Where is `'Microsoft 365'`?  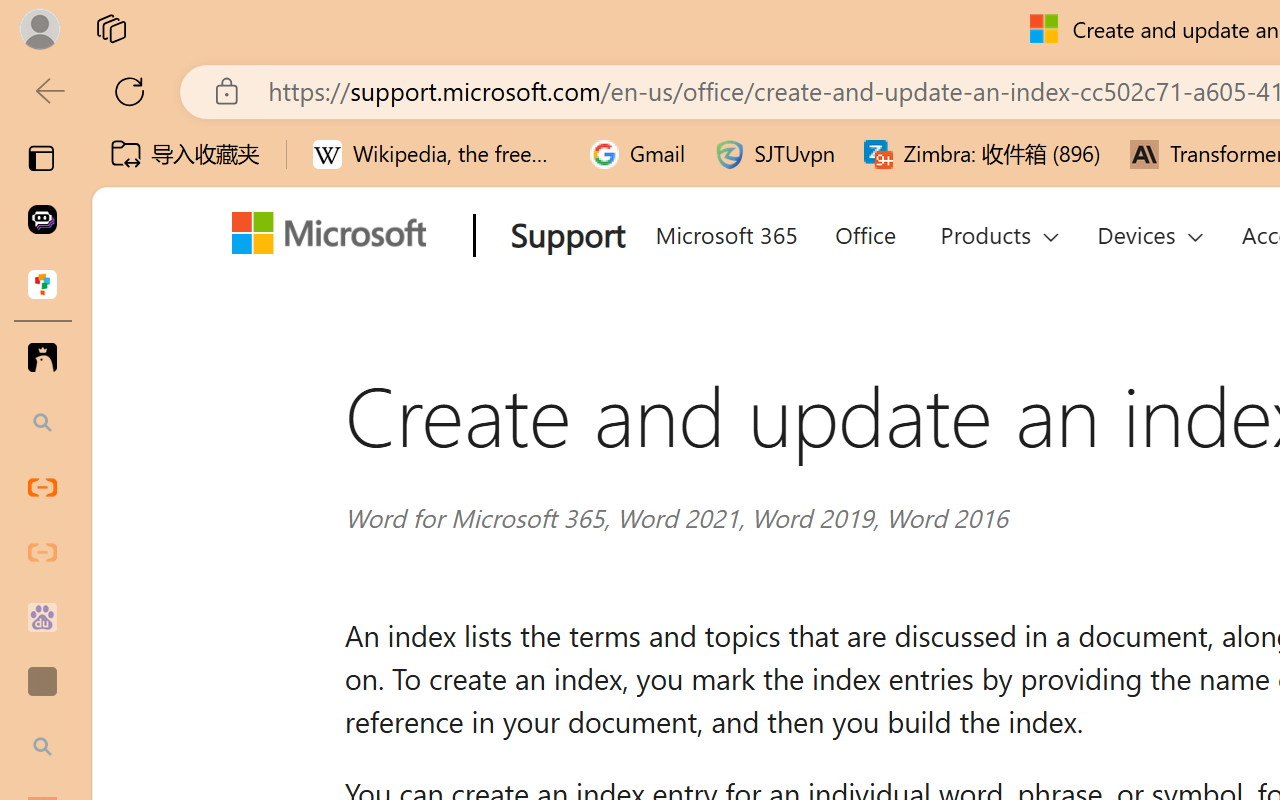
'Microsoft 365' is located at coordinates (724, 231).